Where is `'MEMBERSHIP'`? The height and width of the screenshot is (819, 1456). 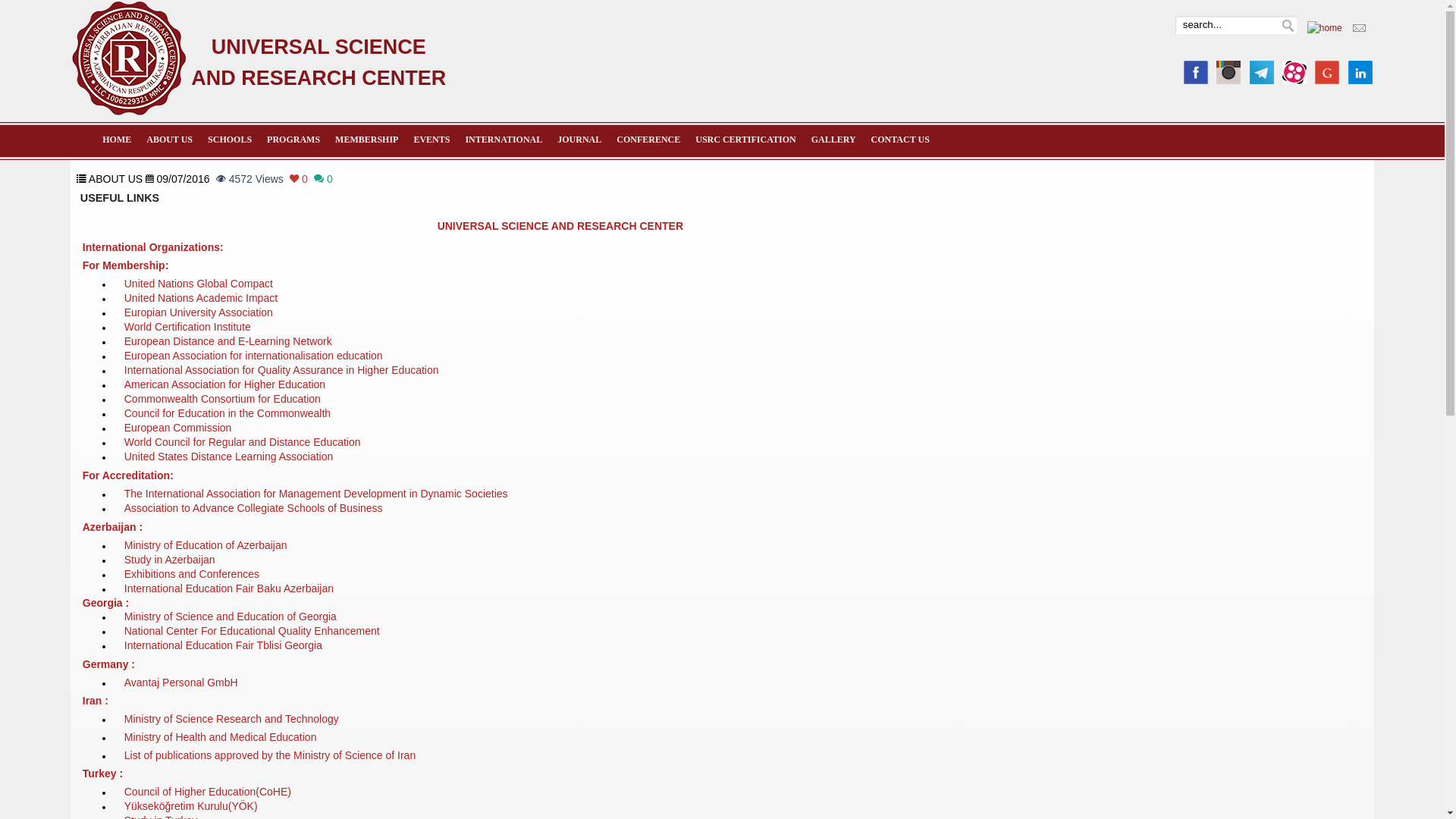 'MEMBERSHIP' is located at coordinates (366, 140).